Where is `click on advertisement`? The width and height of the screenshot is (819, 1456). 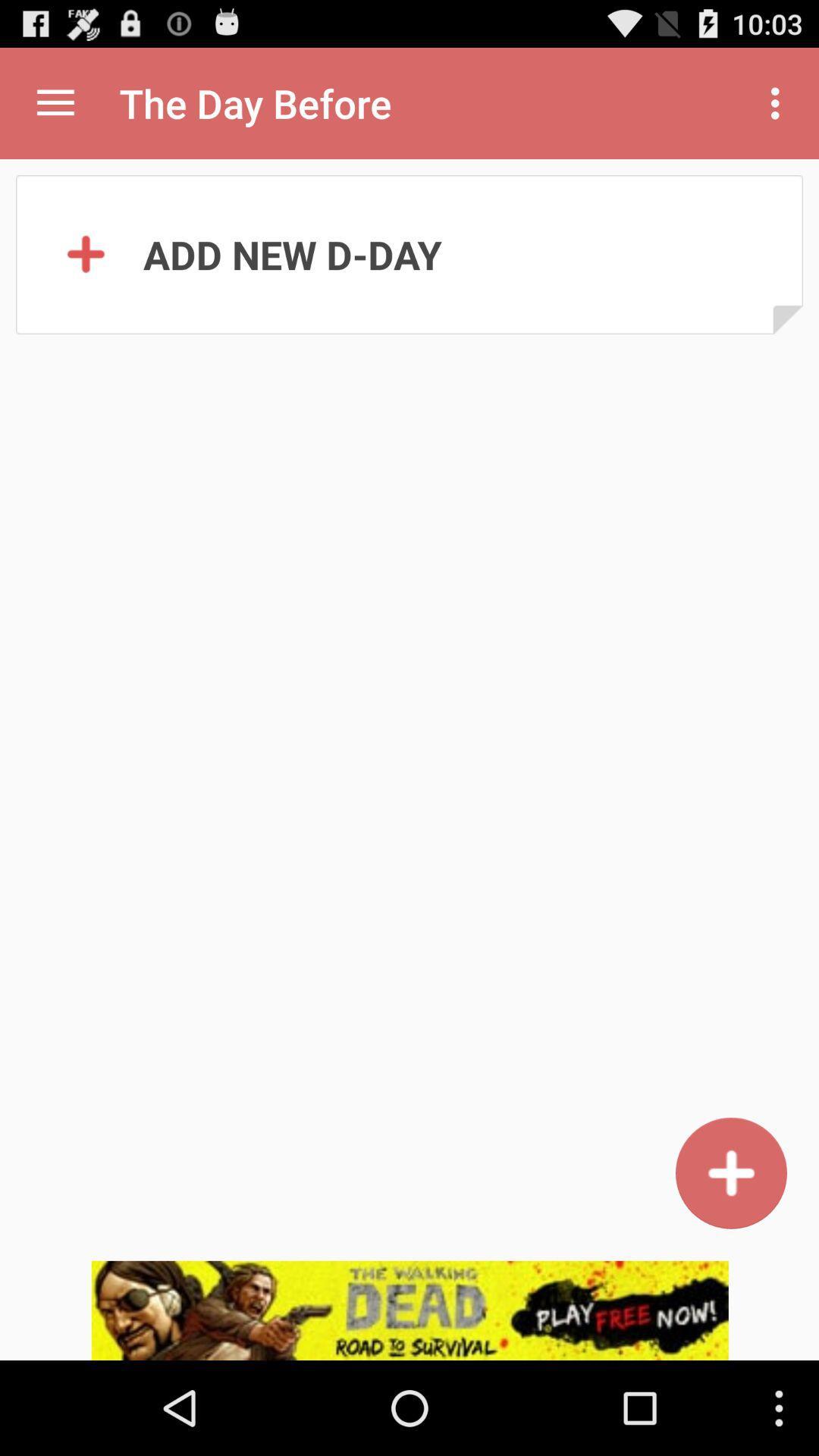
click on advertisement is located at coordinates (409, 1310).